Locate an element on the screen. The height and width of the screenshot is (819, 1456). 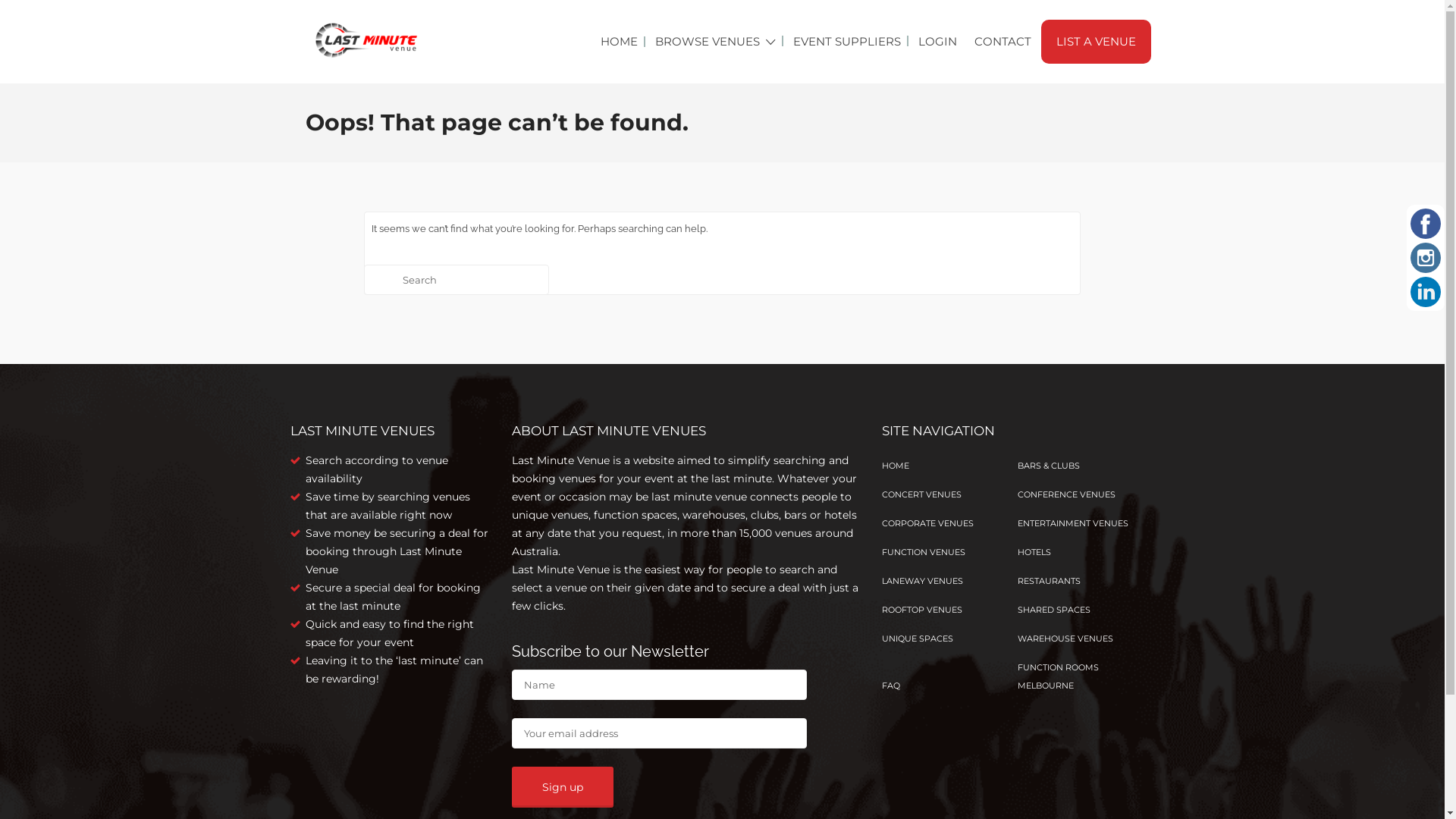
'FUNCTION ROOMS MELBOURNE' is located at coordinates (1057, 675).